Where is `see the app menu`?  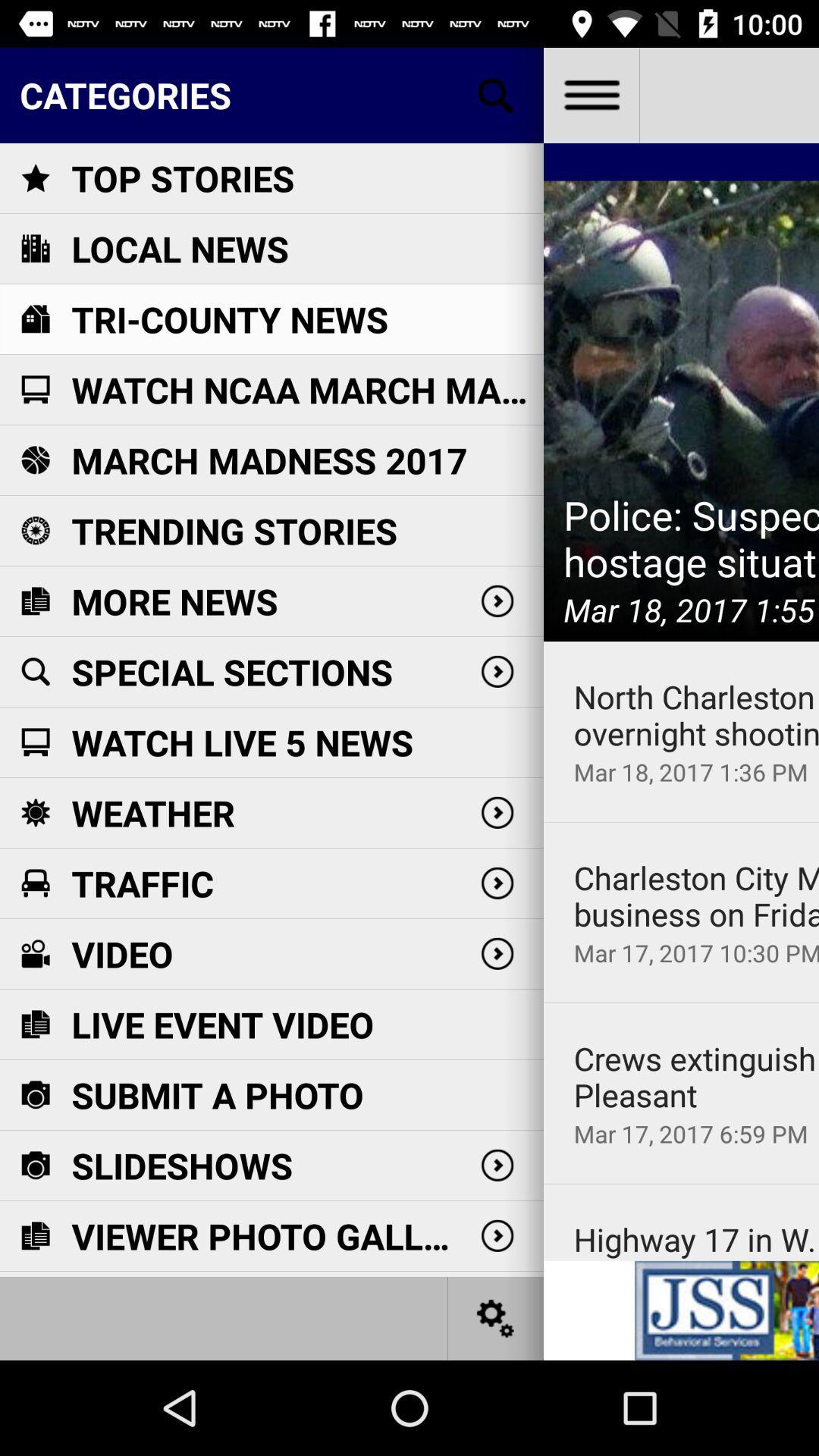
see the app menu is located at coordinates (590, 94).